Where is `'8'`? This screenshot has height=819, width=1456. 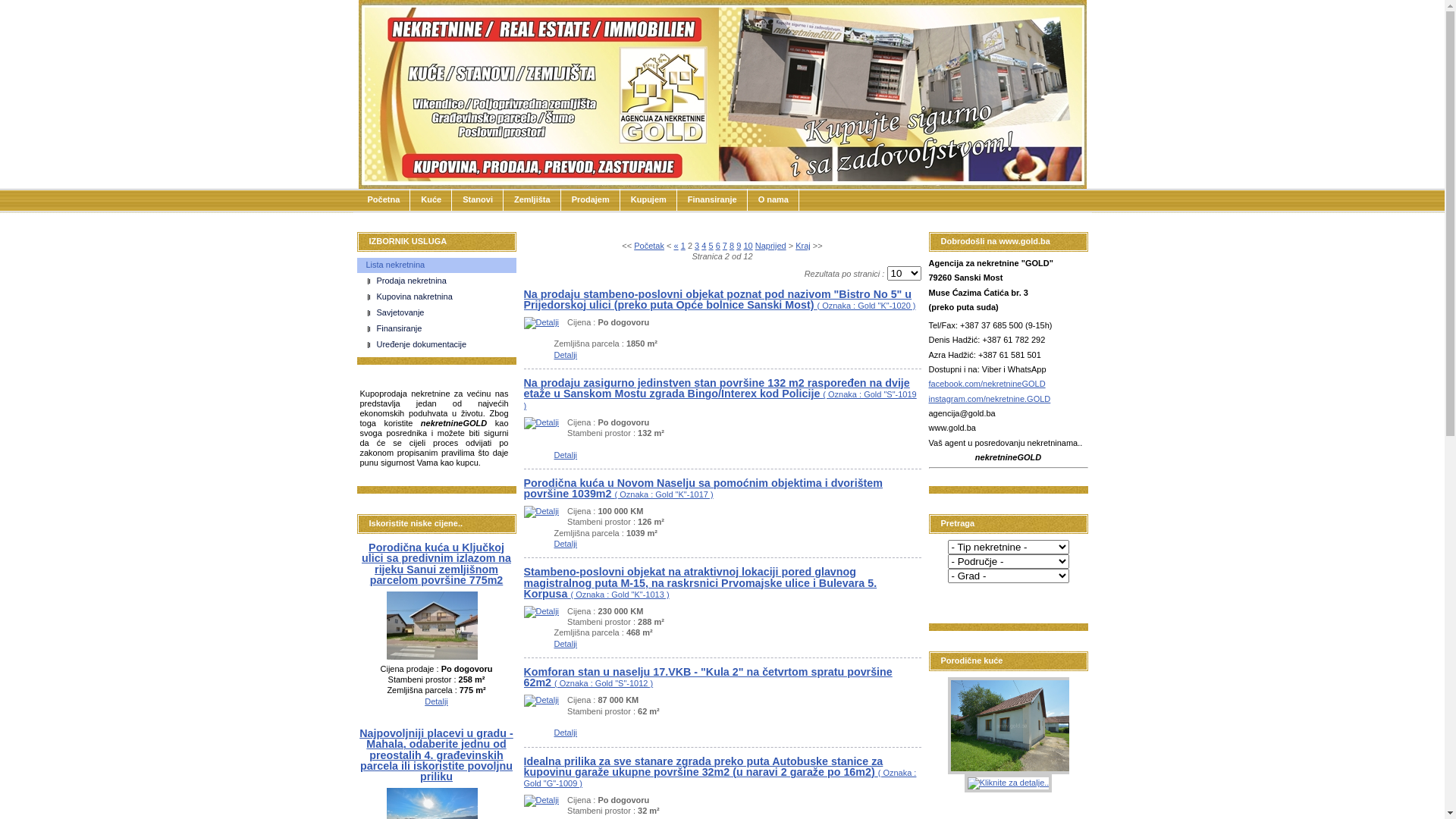
'8' is located at coordinates (729, 245).